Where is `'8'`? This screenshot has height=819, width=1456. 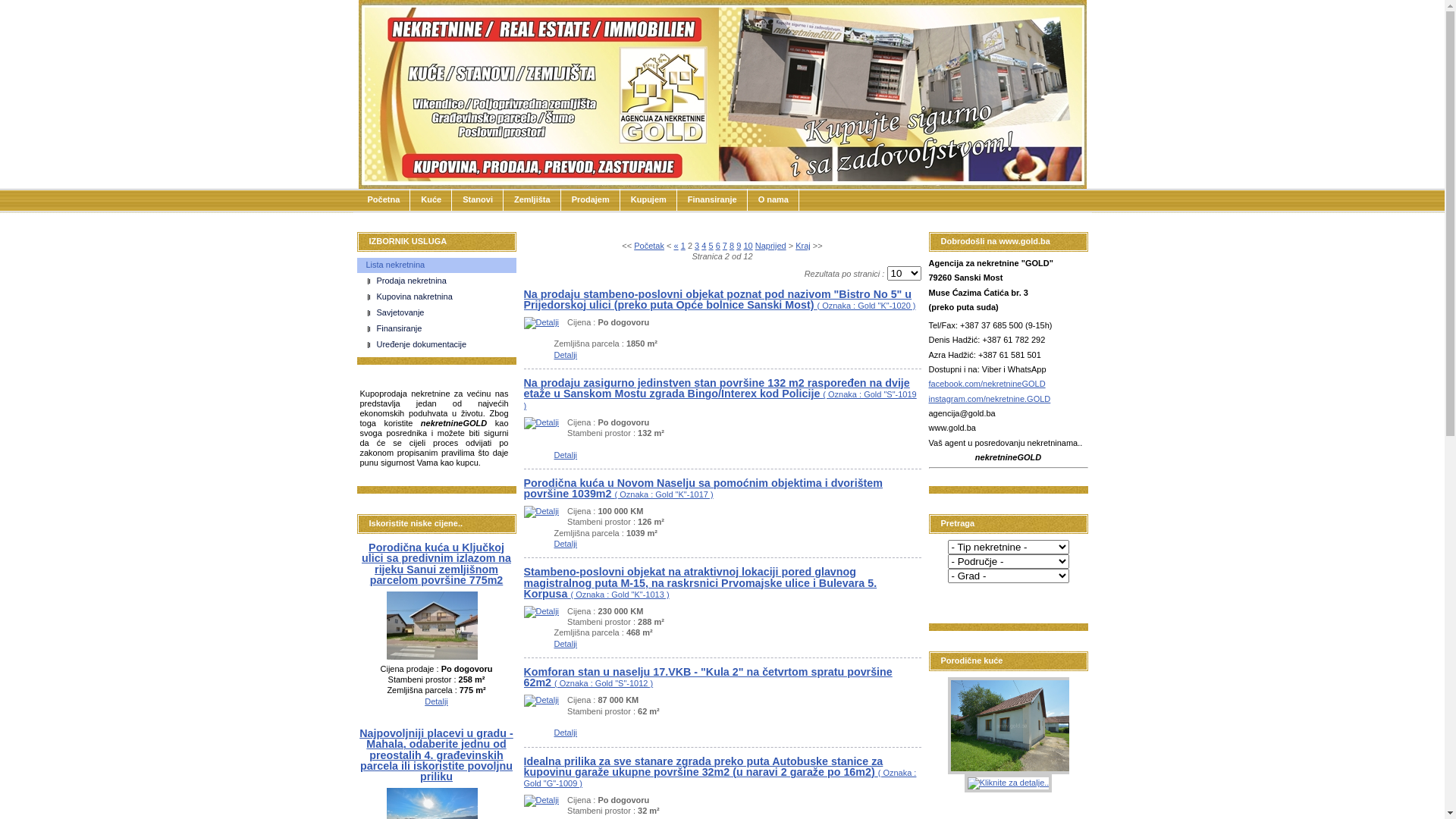
'8' is located at coordinates (729, 245).